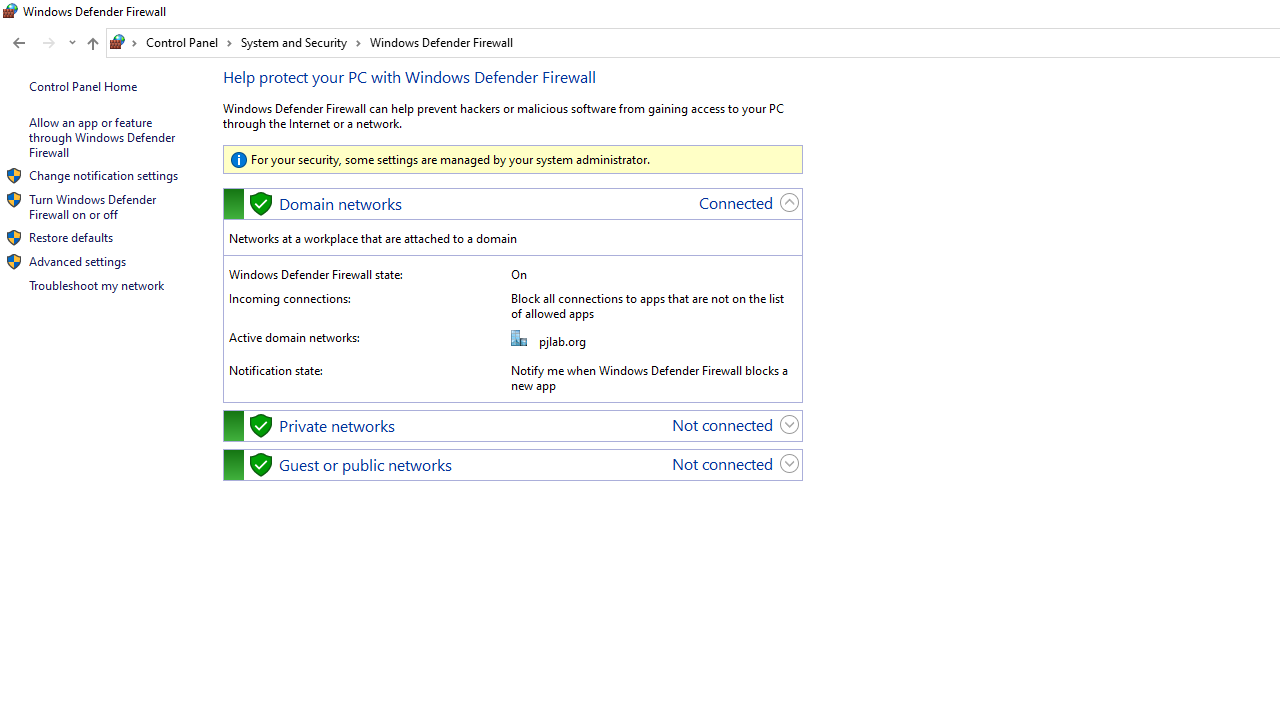  Describe the element at coordinates (300, 42) in the screenshot. I see `'System and Security'` at that location.